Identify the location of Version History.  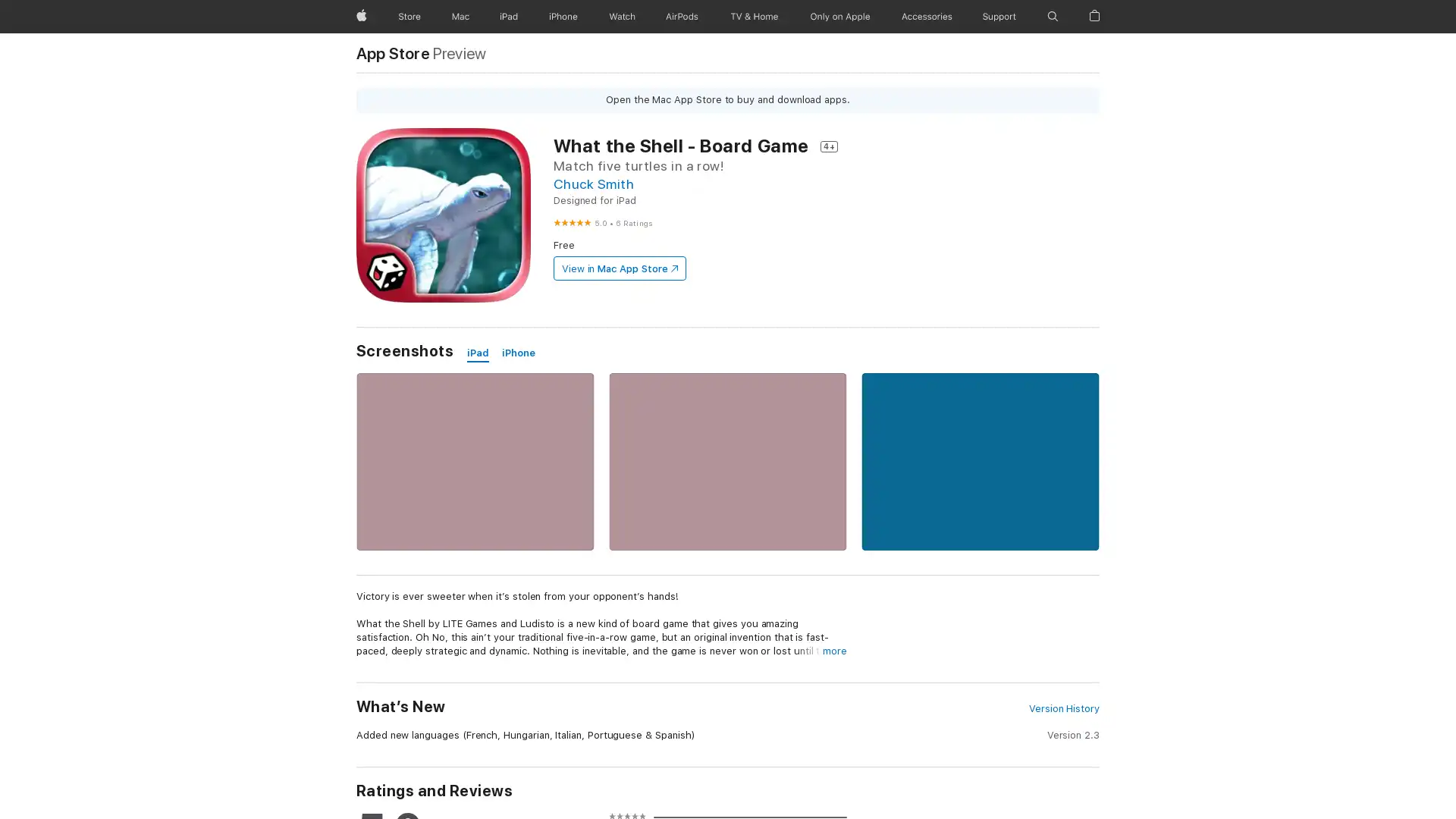
(1062, 708).